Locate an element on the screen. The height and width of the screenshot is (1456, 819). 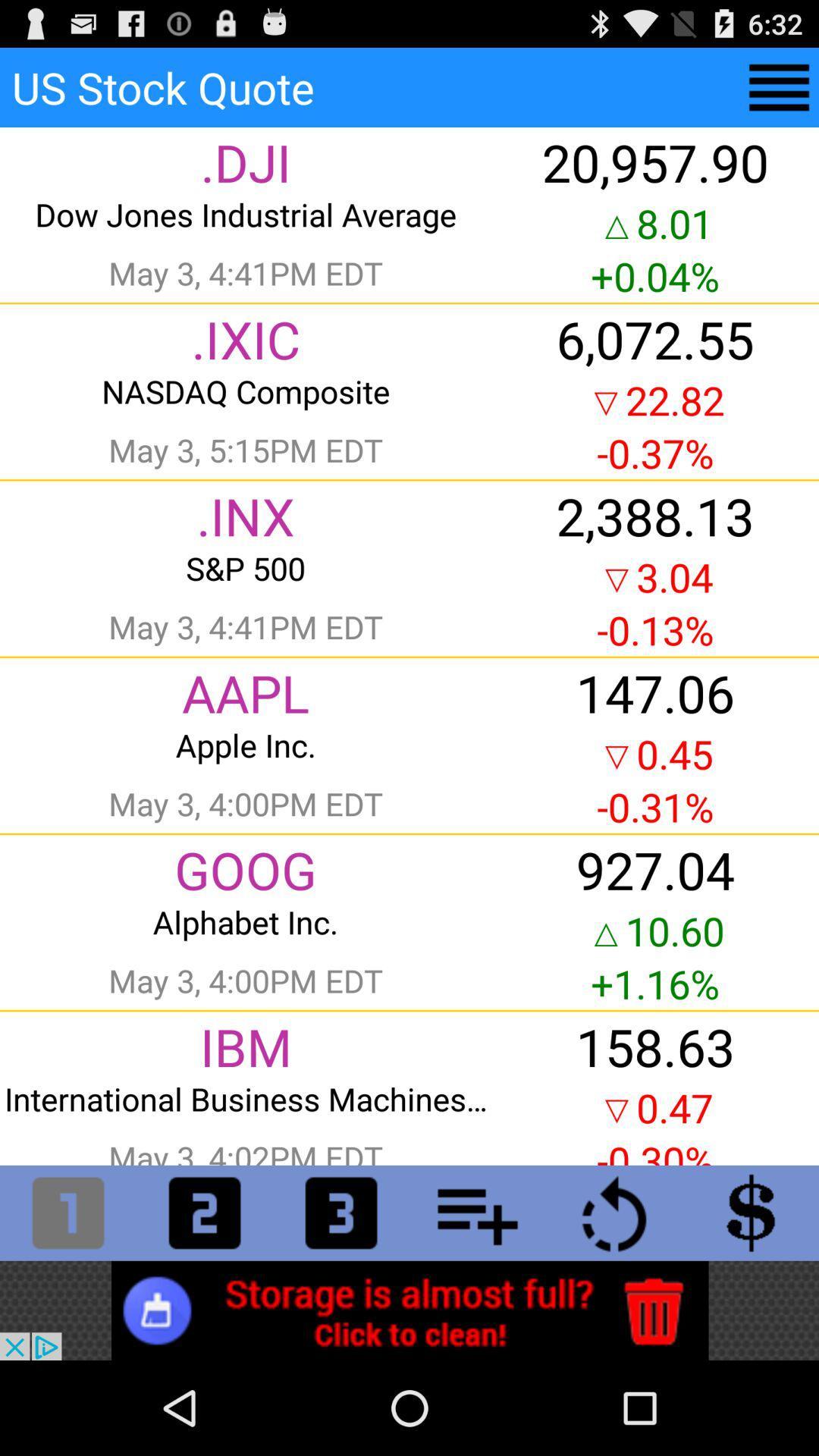
option 3 is located at coordinates (341, 1212).